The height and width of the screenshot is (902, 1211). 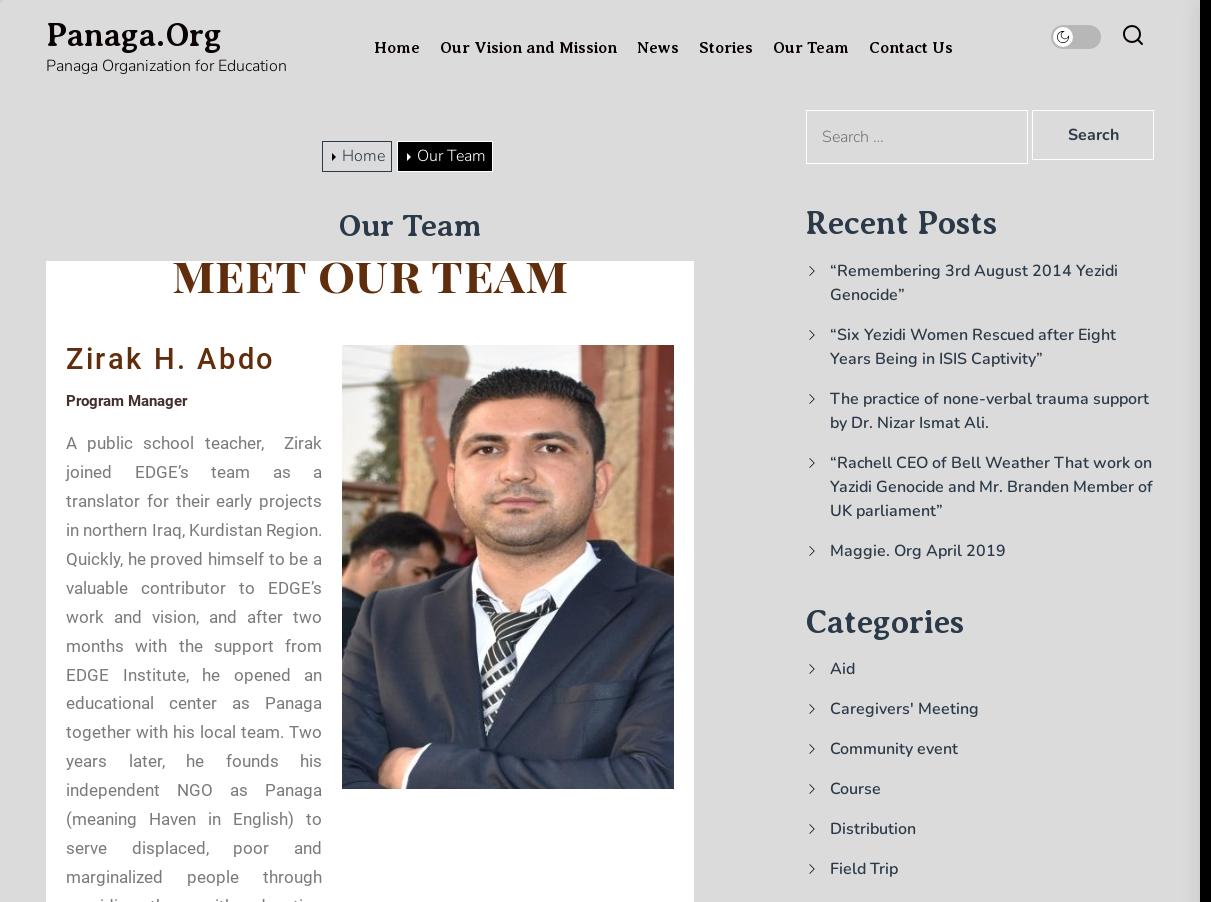 What do you see at coordinates (193, 630) in the screenshot?
I see `'A public school teacher,  Zirak joined EDGE’s team as a translator for their early projects in northern Iraq, Kurdistan Region. Quickly, he proved himself to be a valuable contributor to EDGE’s work and vision, and after two months with the support from EDGE Institute, he opened an educational center as Panaga together with his local team. Two years later, he founds his independent NGO as Panaga (meaning Haven in English) to'` at bounding box center [193, 630].